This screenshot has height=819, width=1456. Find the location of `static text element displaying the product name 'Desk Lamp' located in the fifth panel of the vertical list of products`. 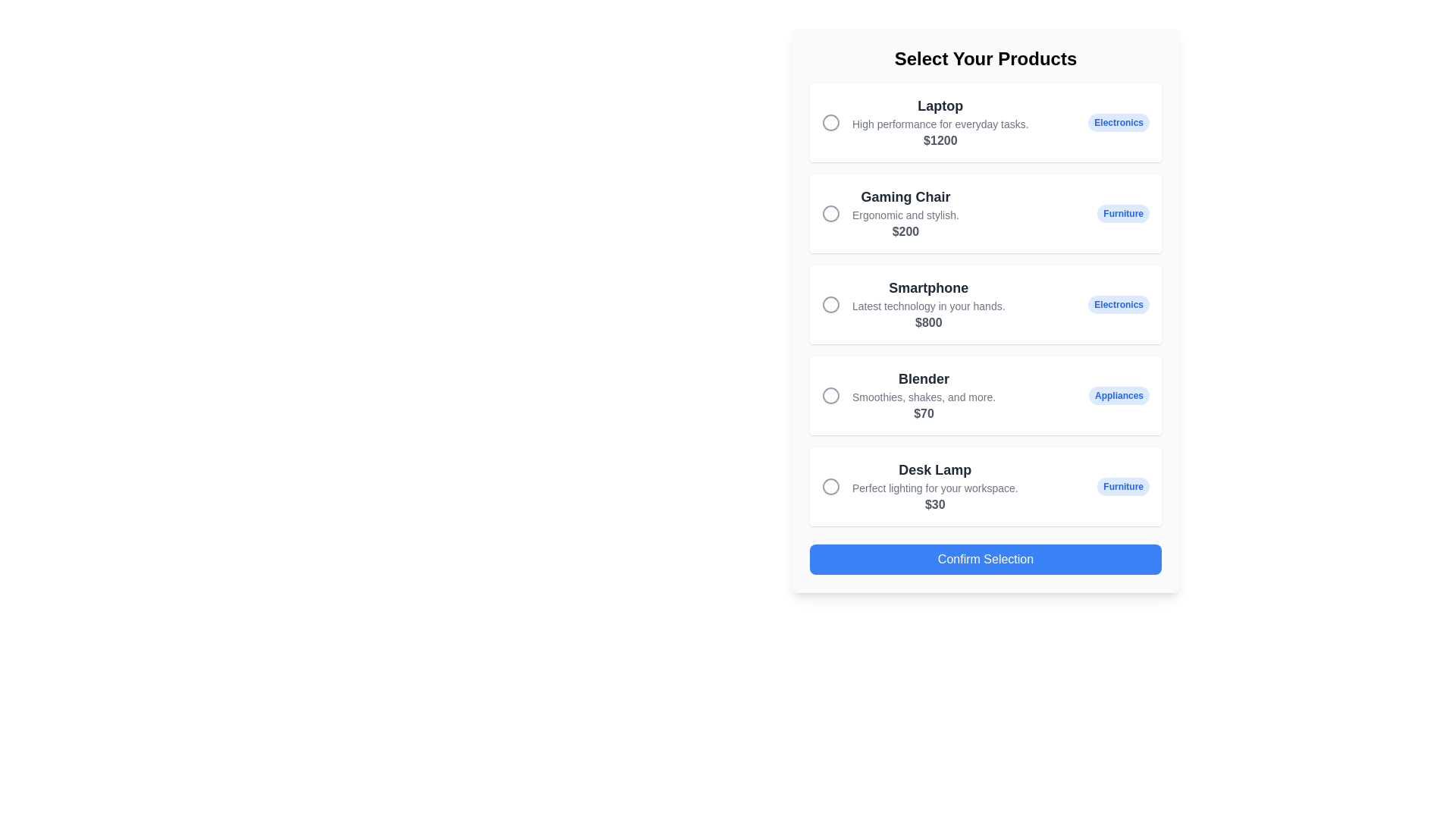

static text element displaying the product name 'Desk Lamp' located in the fifth panel of the vertical list of products is located at coordinates (934, 469).